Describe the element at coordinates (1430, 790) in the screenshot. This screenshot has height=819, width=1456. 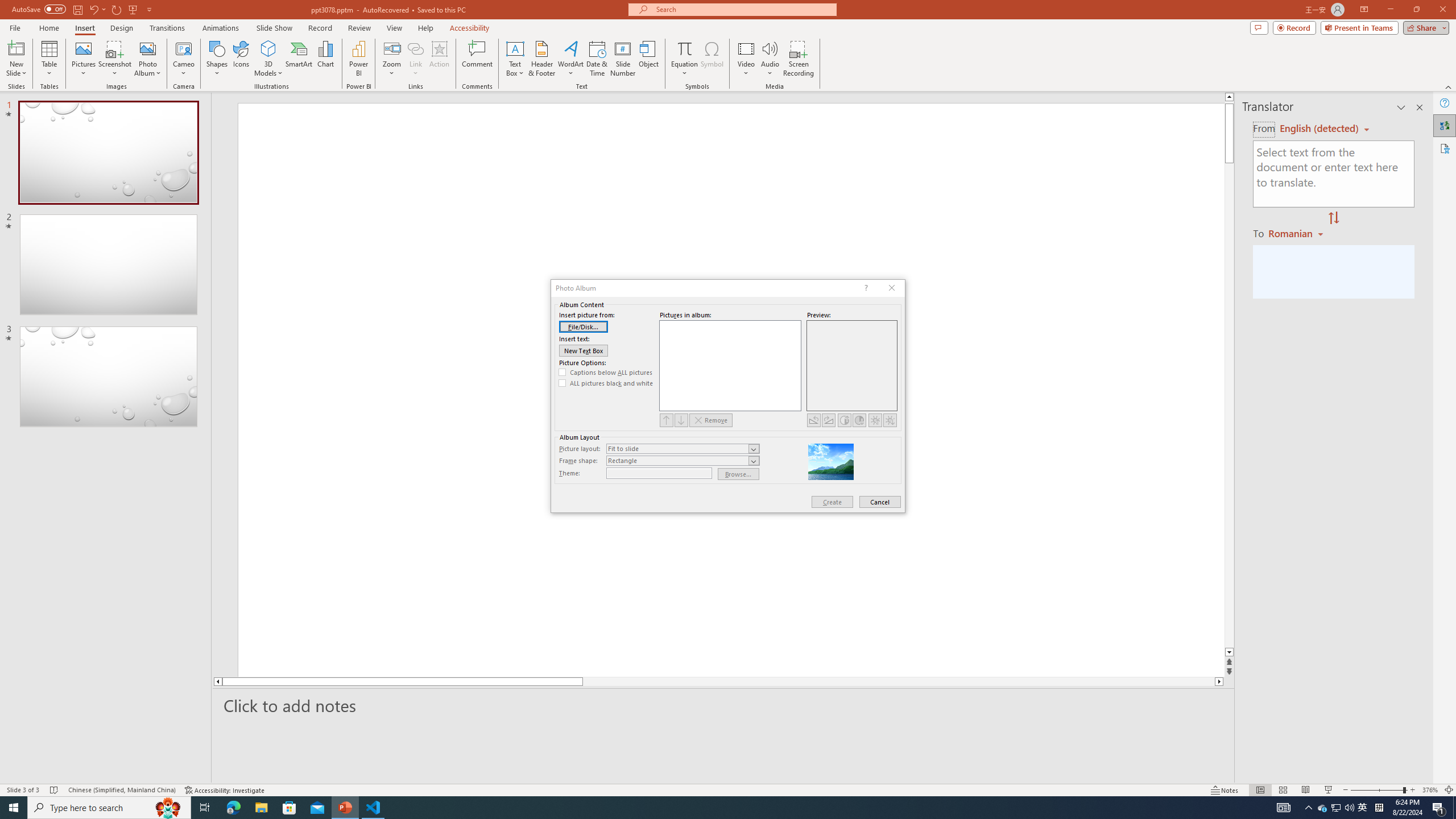
I see `'Zoom 376%'` at that location.